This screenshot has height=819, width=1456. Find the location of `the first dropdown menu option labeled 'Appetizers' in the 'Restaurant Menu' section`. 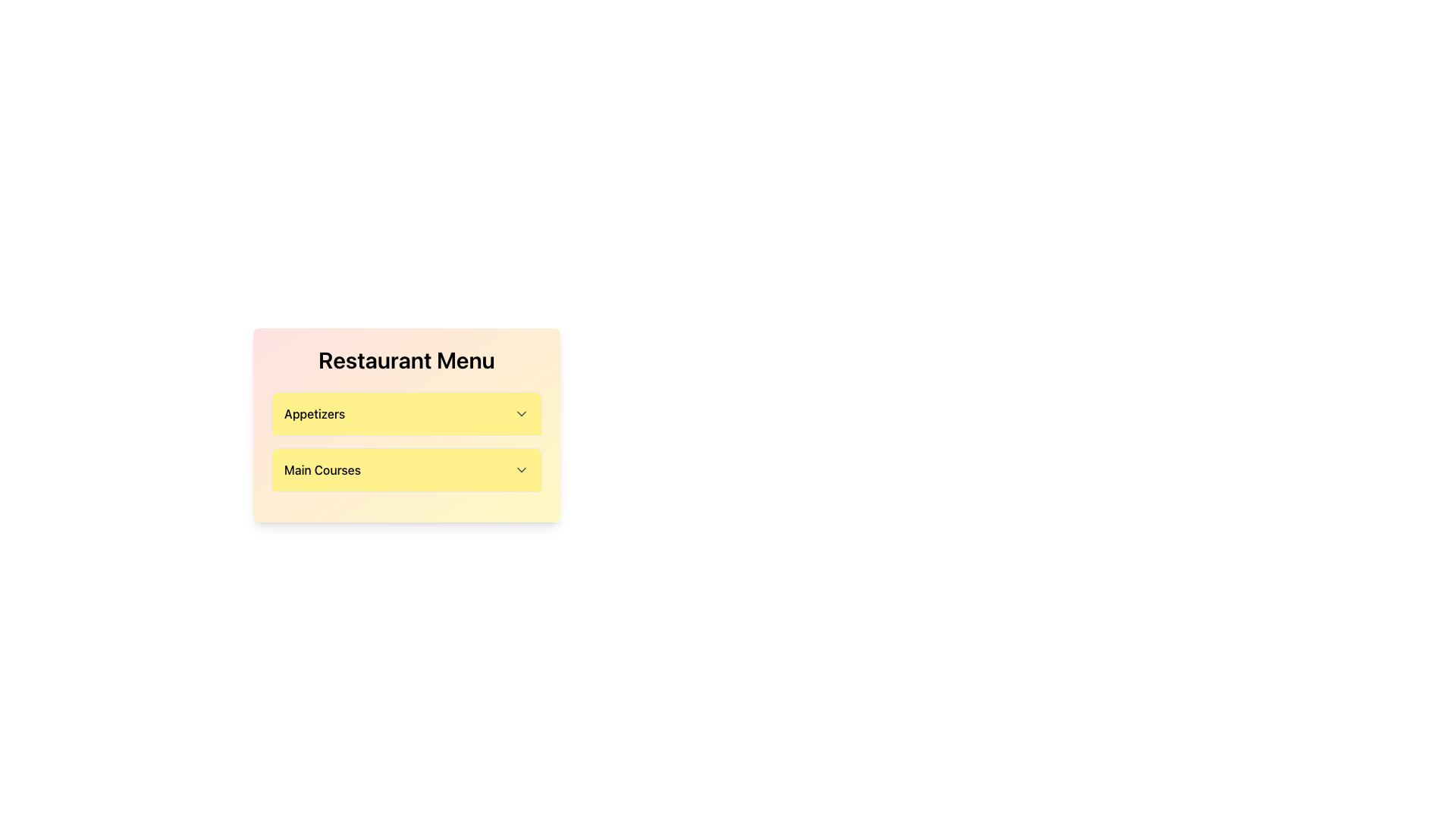

the first dropdown menu option labeled 'Appetizers' in the 'Restaurant Menu' section is located at coordinates (406, 425).